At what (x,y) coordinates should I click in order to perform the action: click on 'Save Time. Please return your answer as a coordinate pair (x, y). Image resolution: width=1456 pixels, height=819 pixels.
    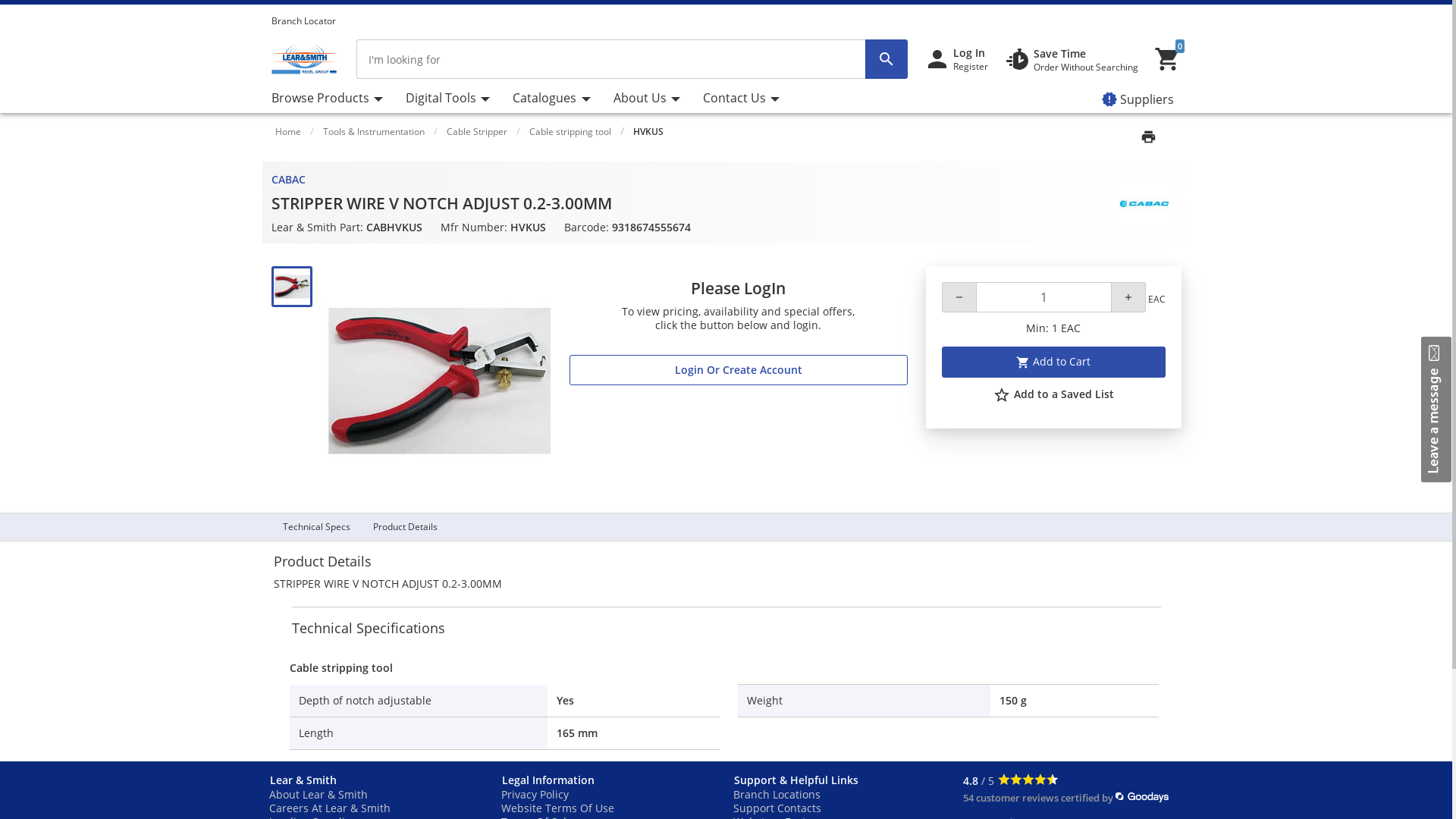
    Looking at the image, I should click on (1070, 58).